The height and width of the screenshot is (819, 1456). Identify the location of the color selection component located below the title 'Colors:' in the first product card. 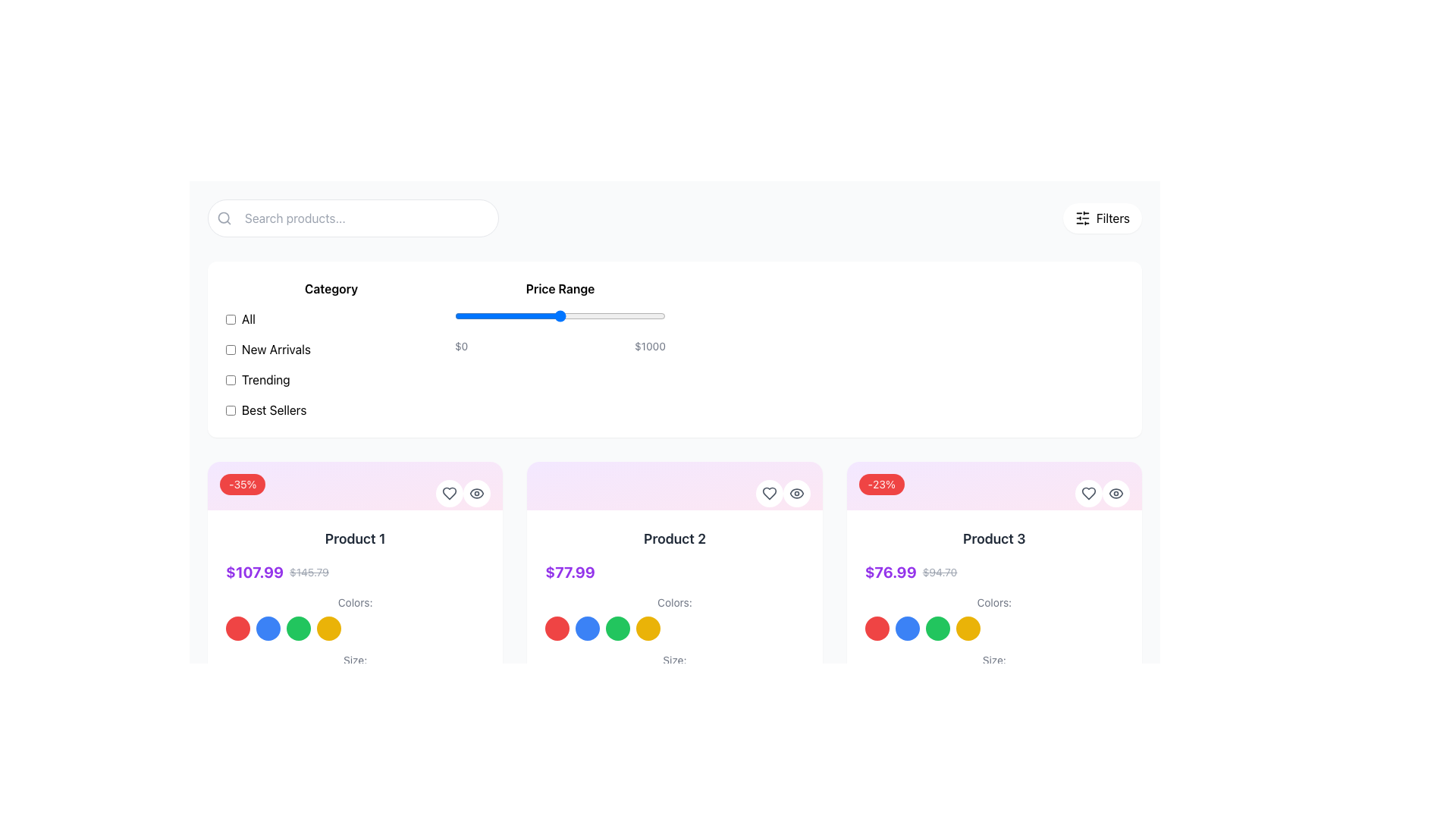
(354, 629).